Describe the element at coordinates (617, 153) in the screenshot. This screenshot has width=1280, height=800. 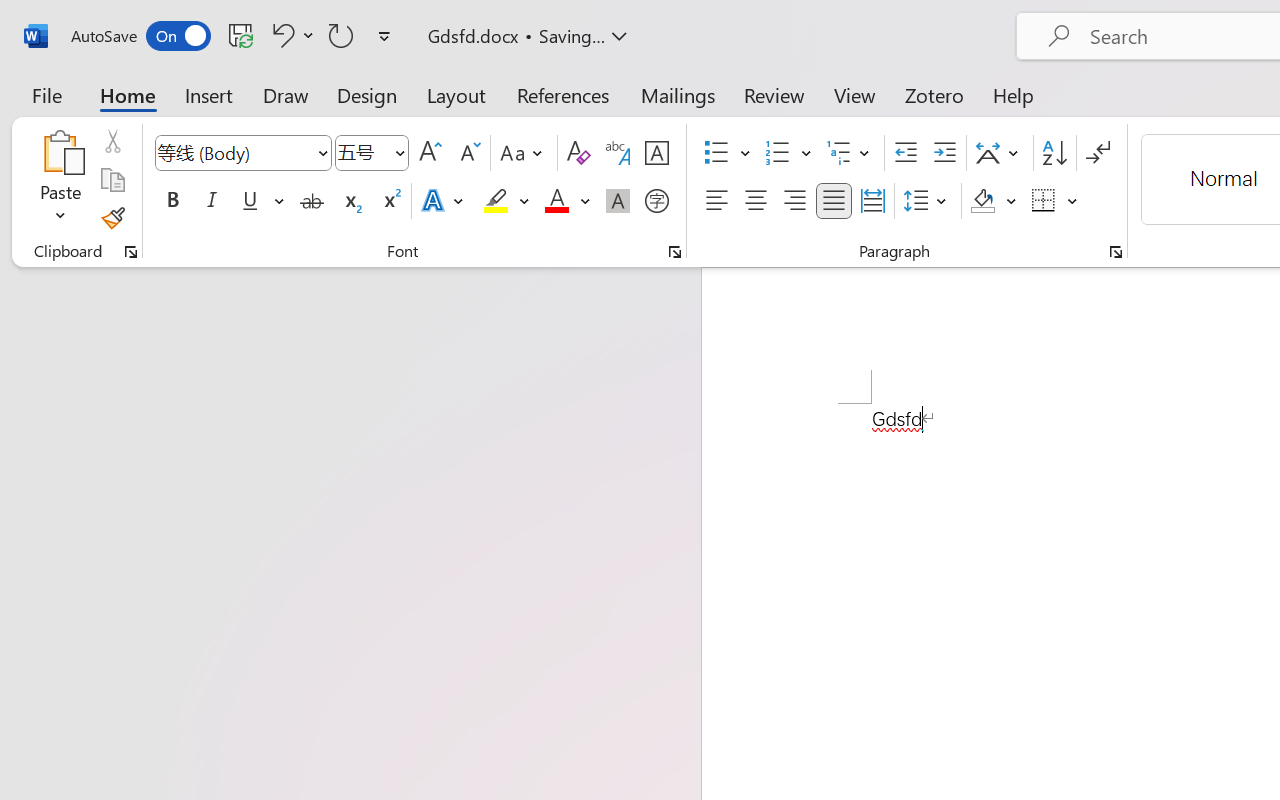
I see `'Phonetic Guide...'` at that location.